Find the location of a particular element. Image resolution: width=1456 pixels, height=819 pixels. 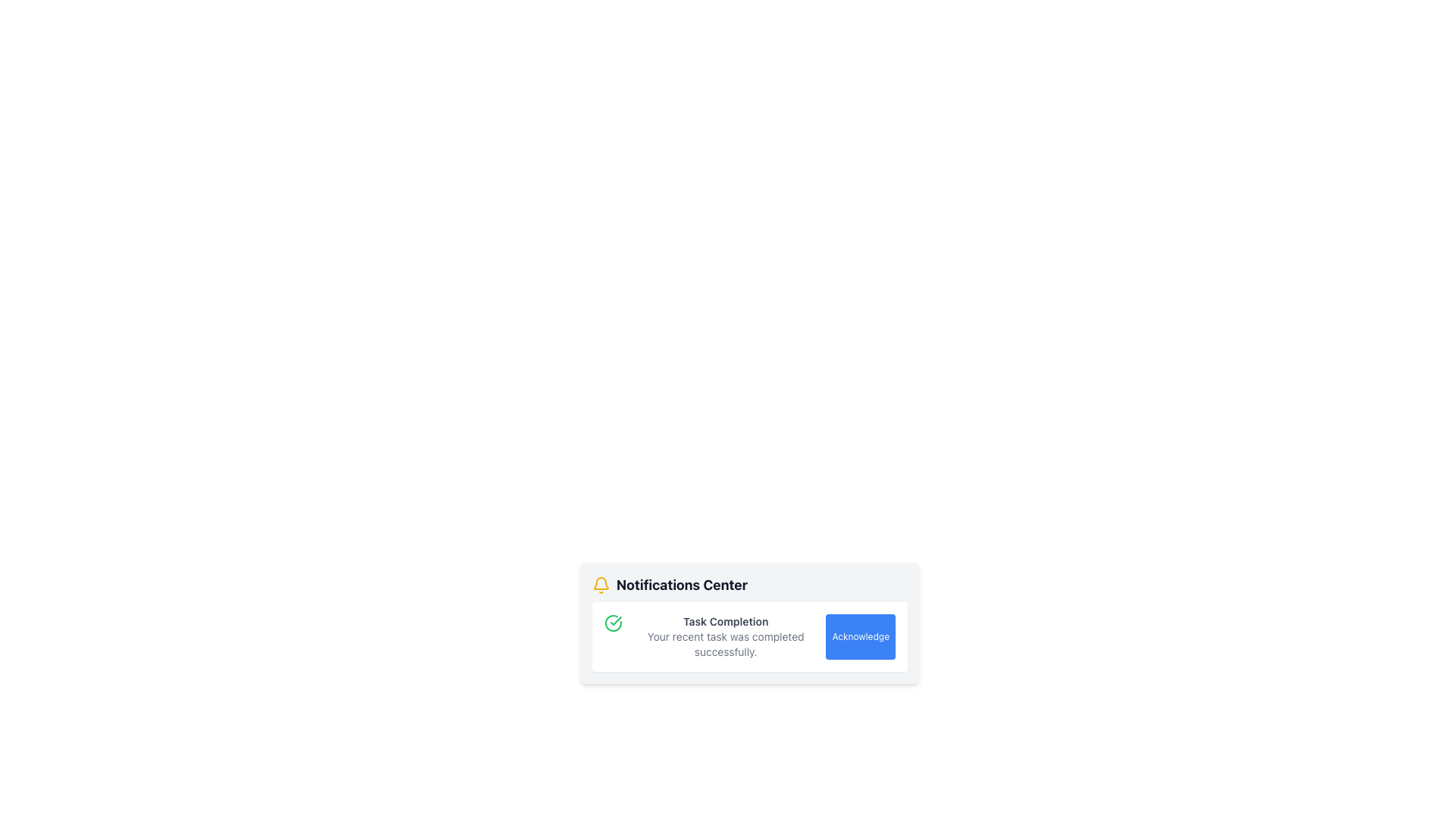

the Notification panel which features a bell icon, bold text 'Notifications Center', a green circle check icon, description 'Your recent task was completed successfully.', and a blue button labeled 'Acknowledge' is located at coordinates (749, 623).